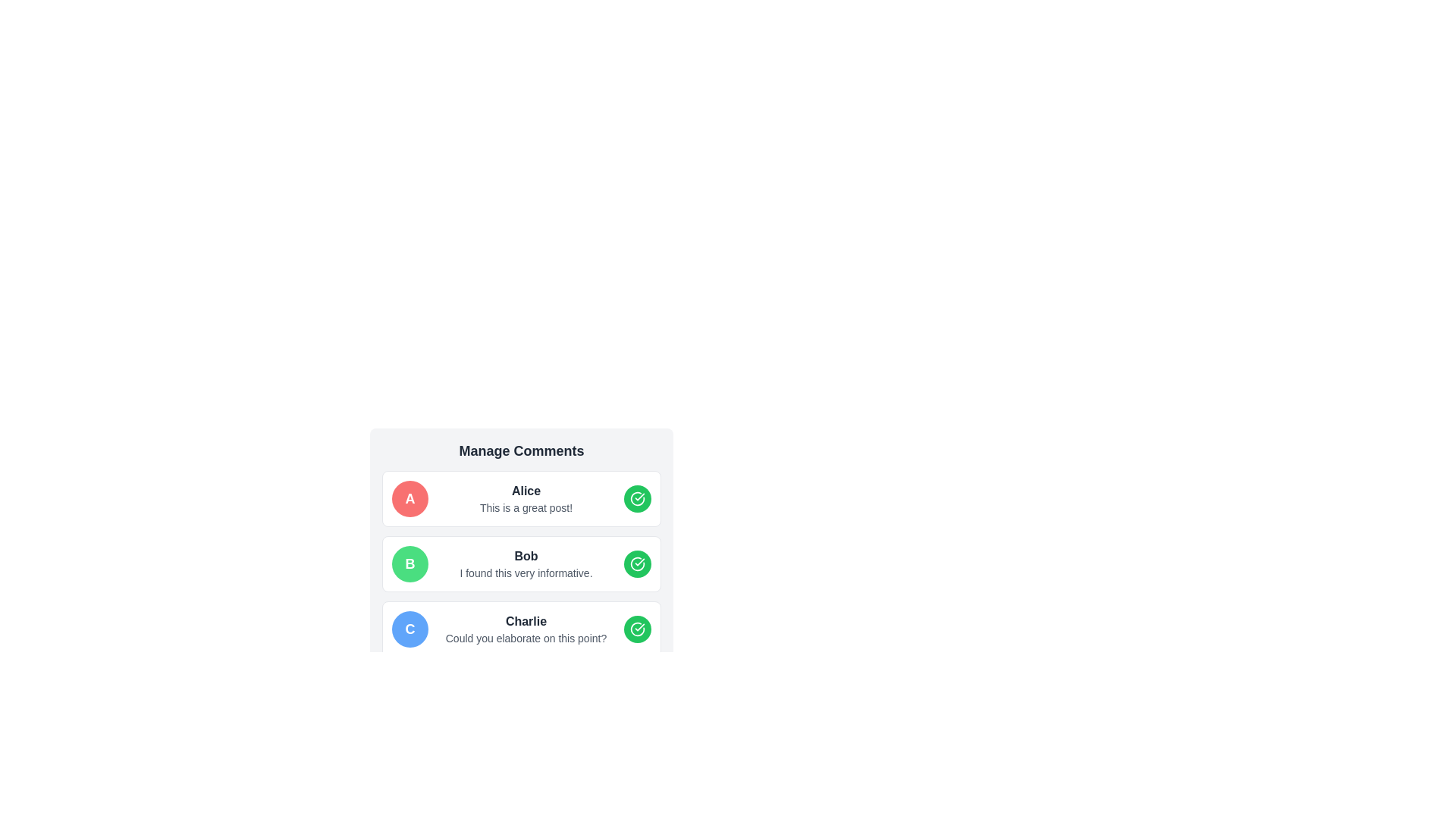 The image size is (1456, 819). What do you see at coordinates (521, 564) in the screenshot?
I see `the green circular button with a check icon next to the user comments` at bounding box center [521, 564].